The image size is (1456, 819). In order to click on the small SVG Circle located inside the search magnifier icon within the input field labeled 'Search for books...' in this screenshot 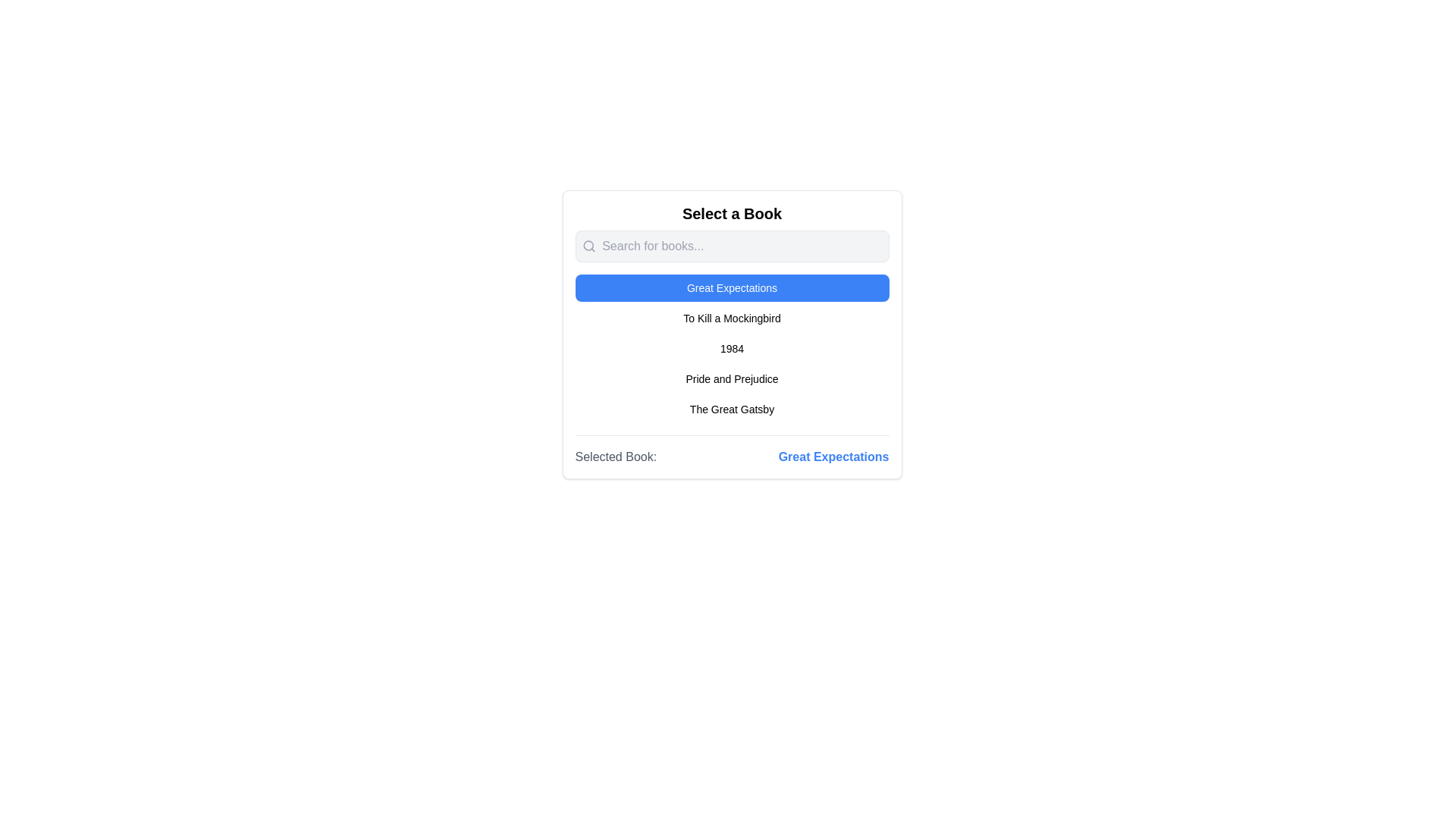, I will do `click(588, 245)`.